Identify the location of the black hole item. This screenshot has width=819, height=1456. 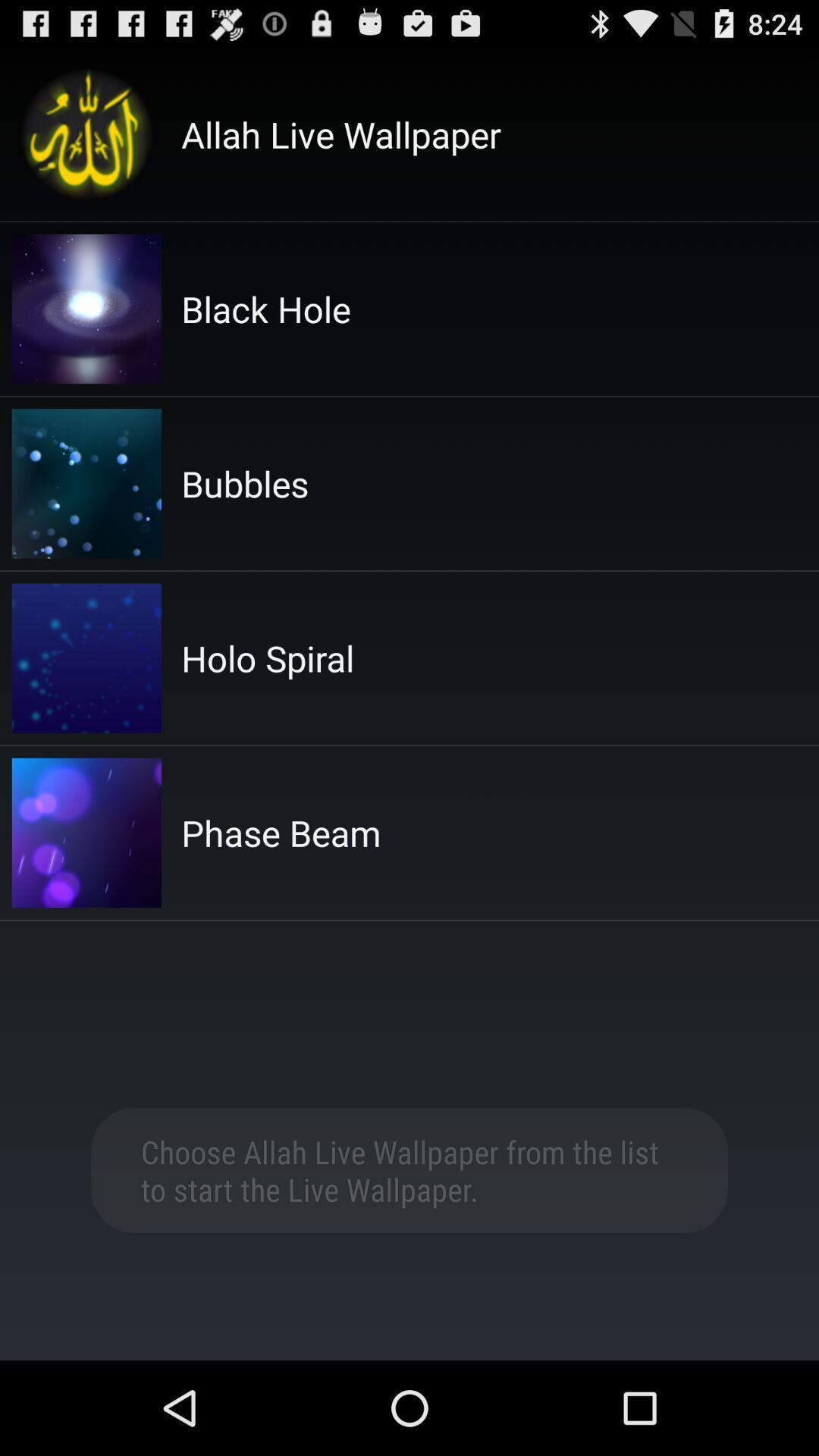
(265, 308).